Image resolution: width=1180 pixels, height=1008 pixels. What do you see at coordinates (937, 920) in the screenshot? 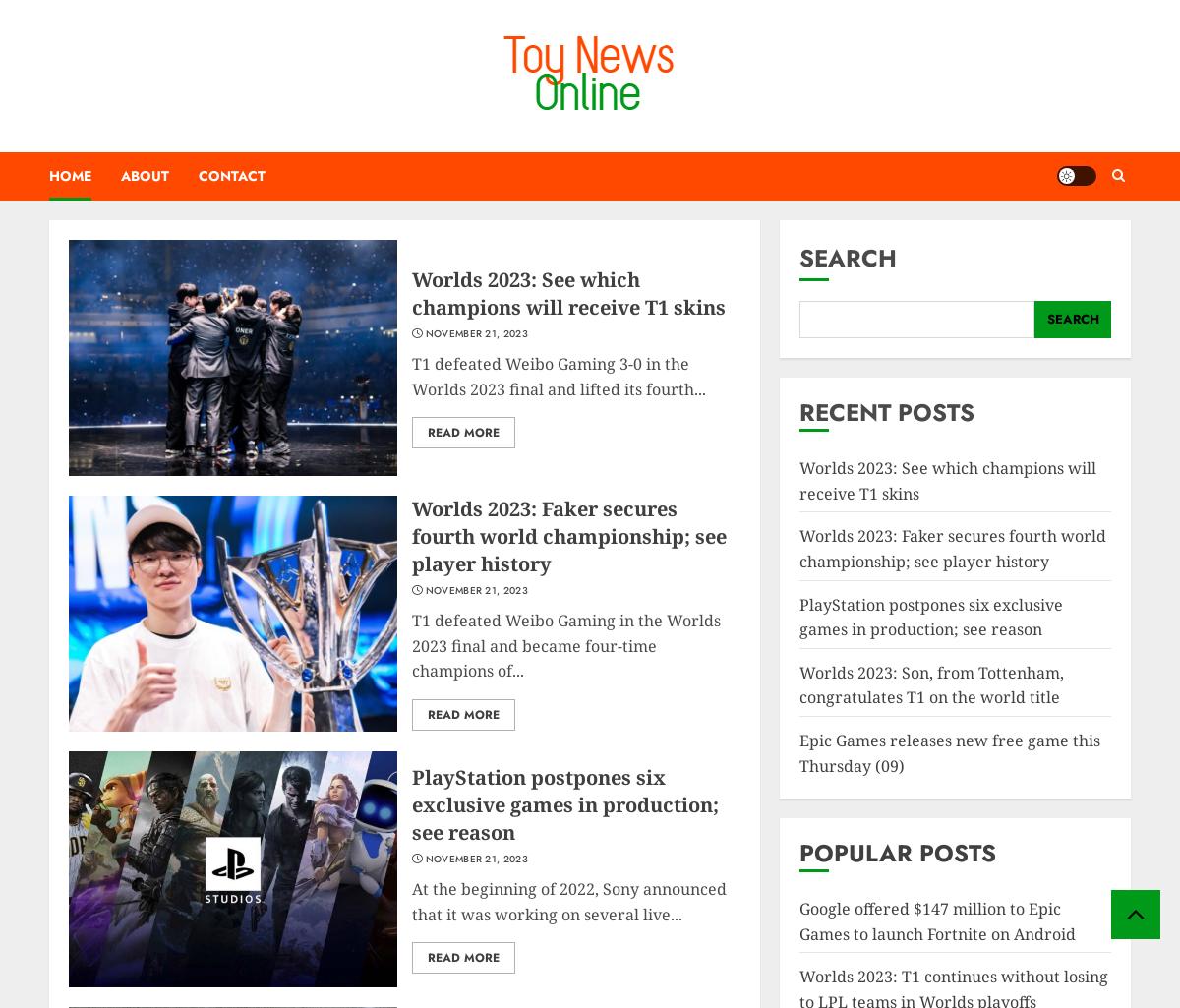
I see `'Google offered $147 million to Epic Games to launch Fortnite on Android'` at bounding box center [937, 920].